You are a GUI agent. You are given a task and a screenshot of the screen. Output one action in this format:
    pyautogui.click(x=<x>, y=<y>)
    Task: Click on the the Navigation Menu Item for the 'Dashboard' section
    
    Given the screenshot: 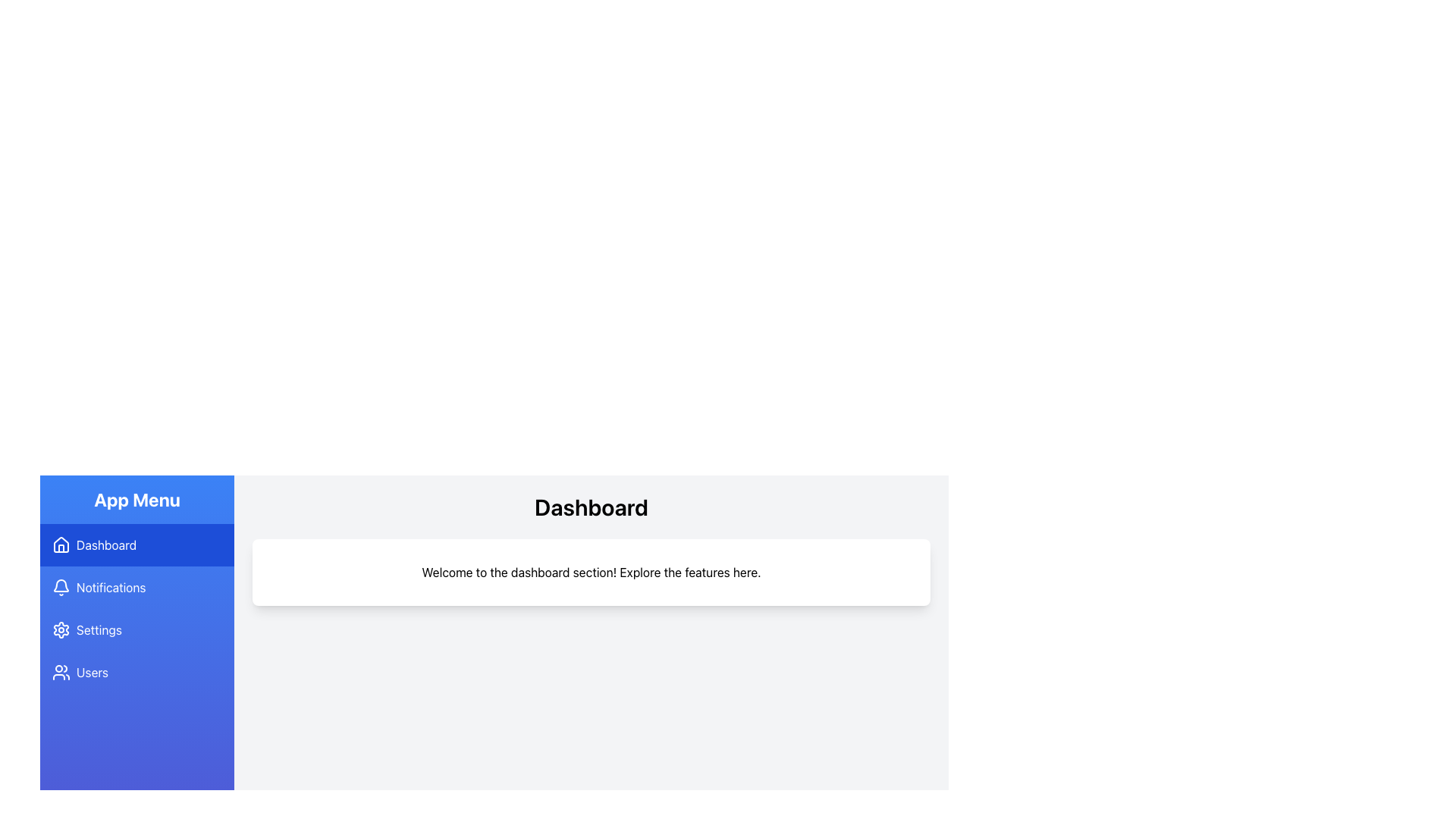 What is the action you would take?
    pyautogui.click(x=137, y=544)
    